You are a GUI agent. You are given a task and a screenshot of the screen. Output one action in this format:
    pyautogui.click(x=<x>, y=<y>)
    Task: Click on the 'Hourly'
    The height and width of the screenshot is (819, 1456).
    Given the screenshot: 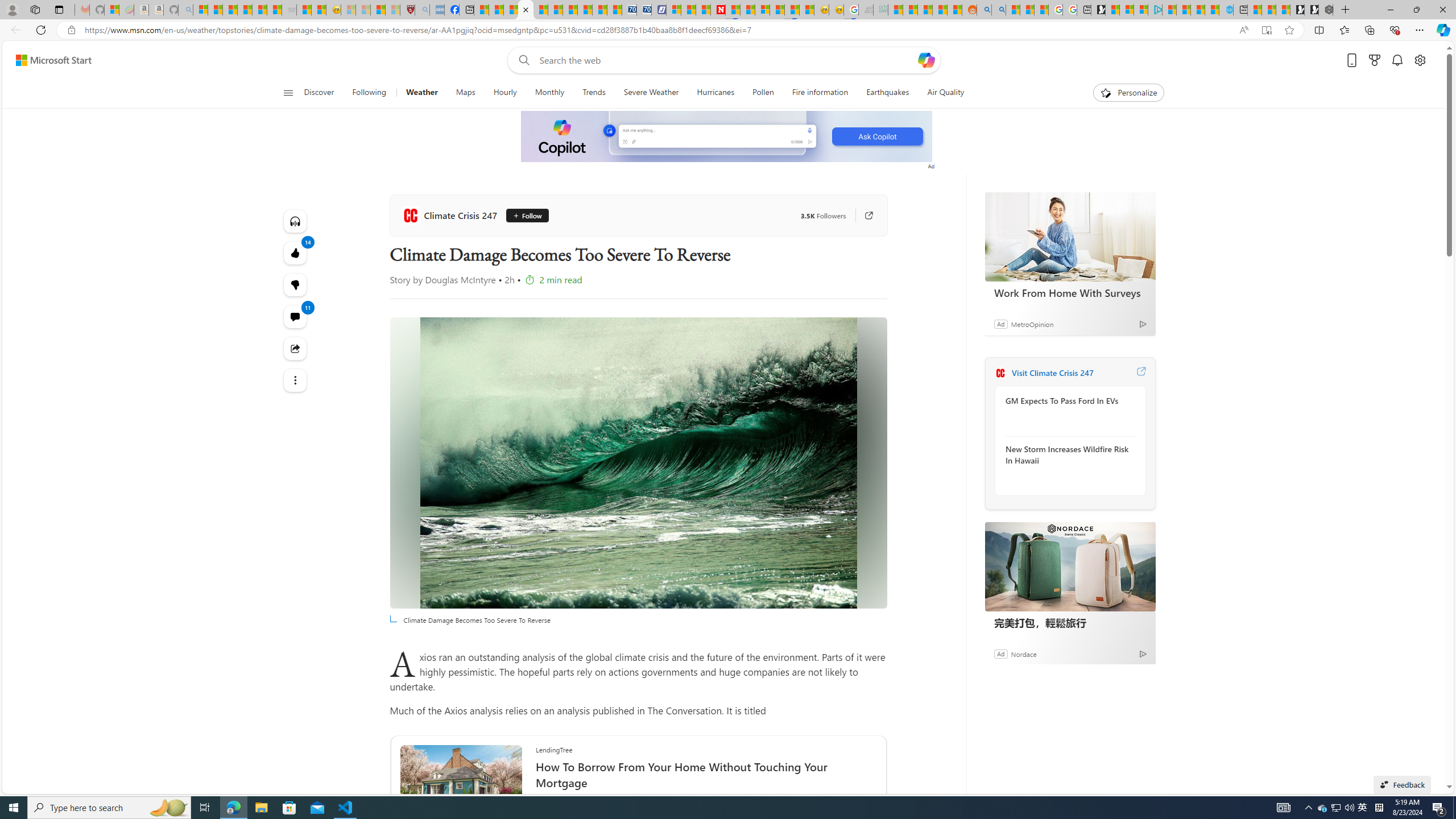 What is the action you would take?
    pyautogui.click(x=504, y=92)
    